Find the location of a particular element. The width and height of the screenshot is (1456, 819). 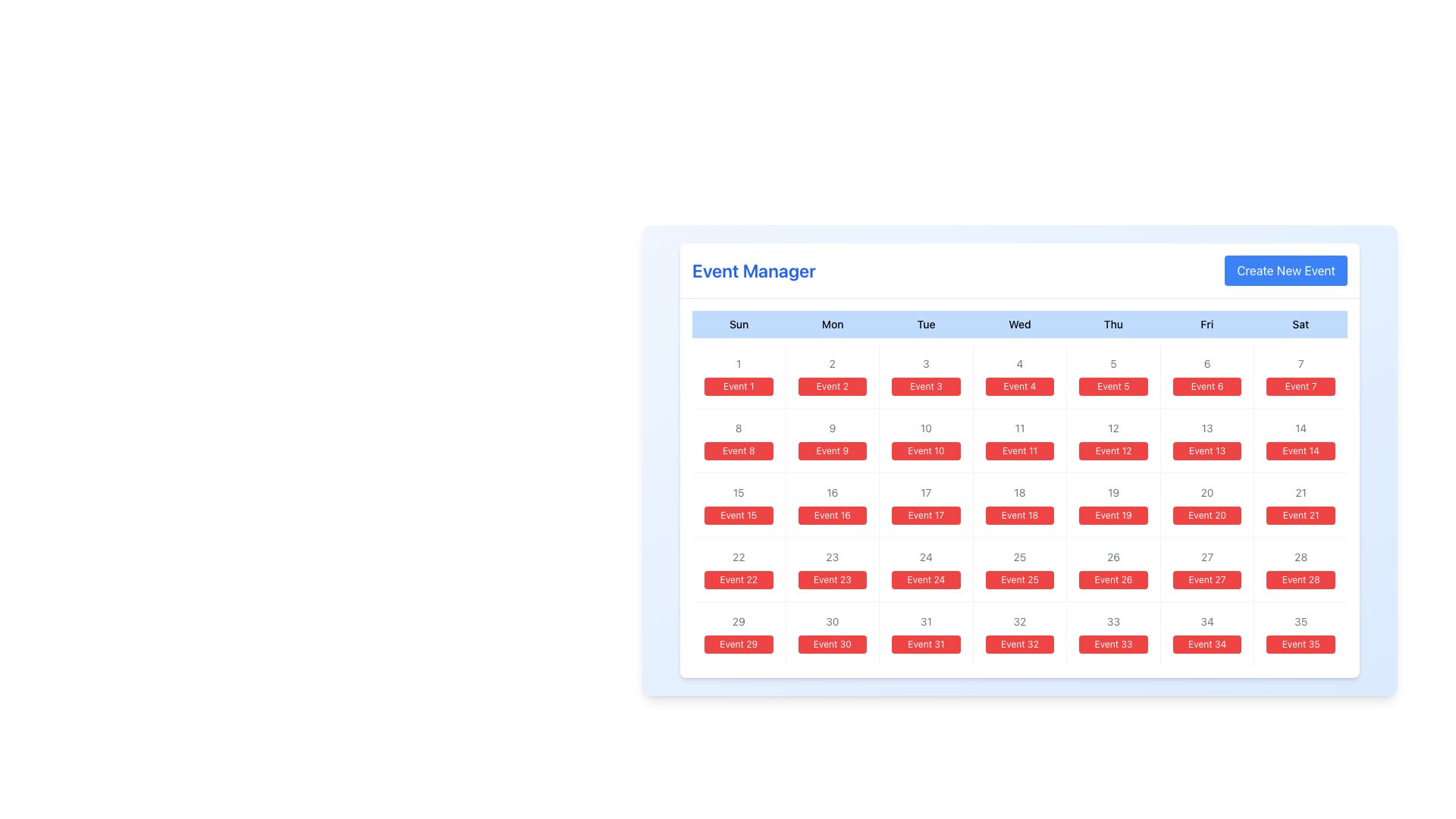

the small rectangular button with rounded edges, red background, and white text 'Event 17' located in the fifth row and third column of the calendar grid is located at coordinates (925, 514).